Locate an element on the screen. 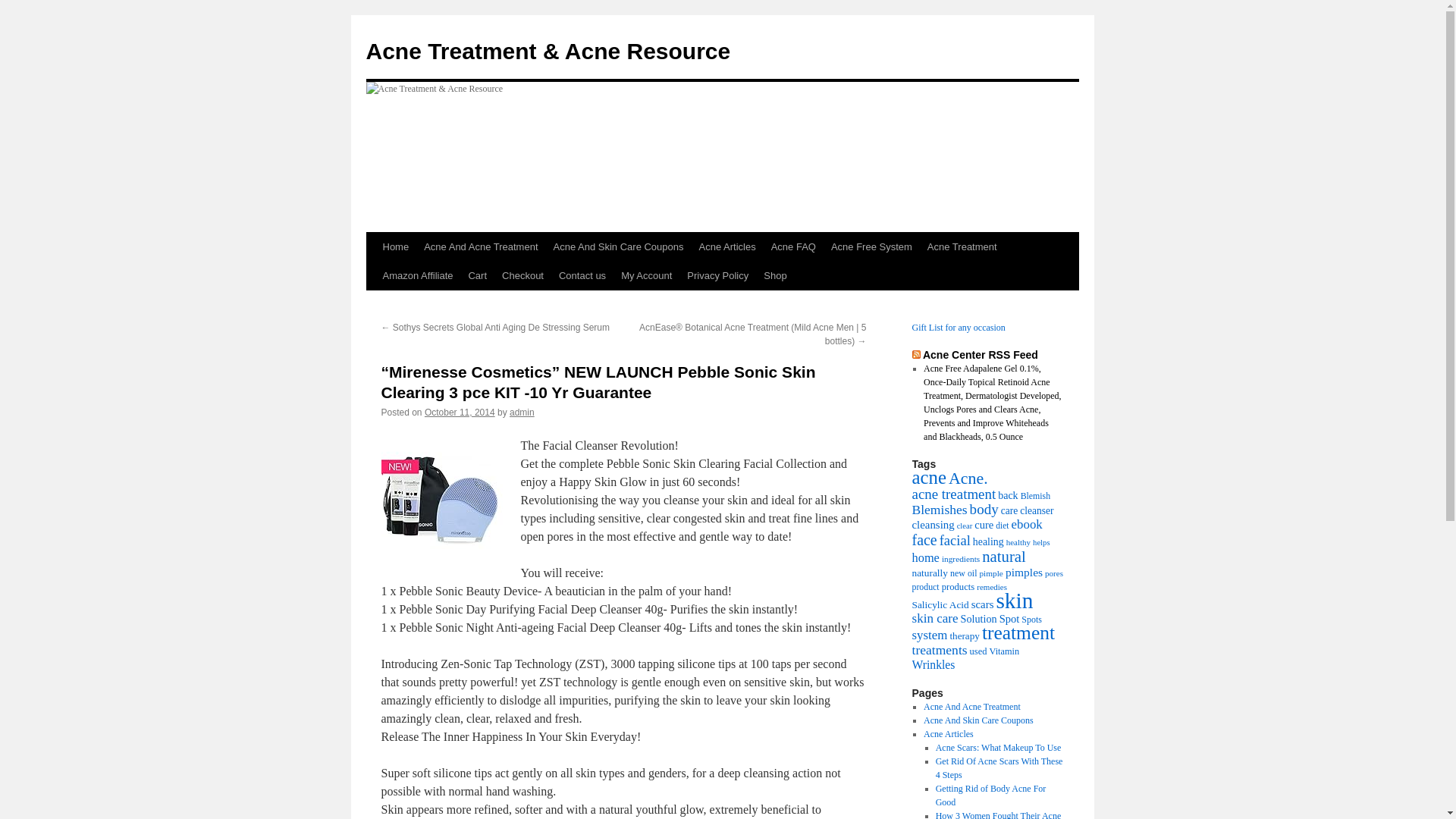 The height and width of the screenshot is (819, 1456). 'Shop' is located at coordinates (775, 275).